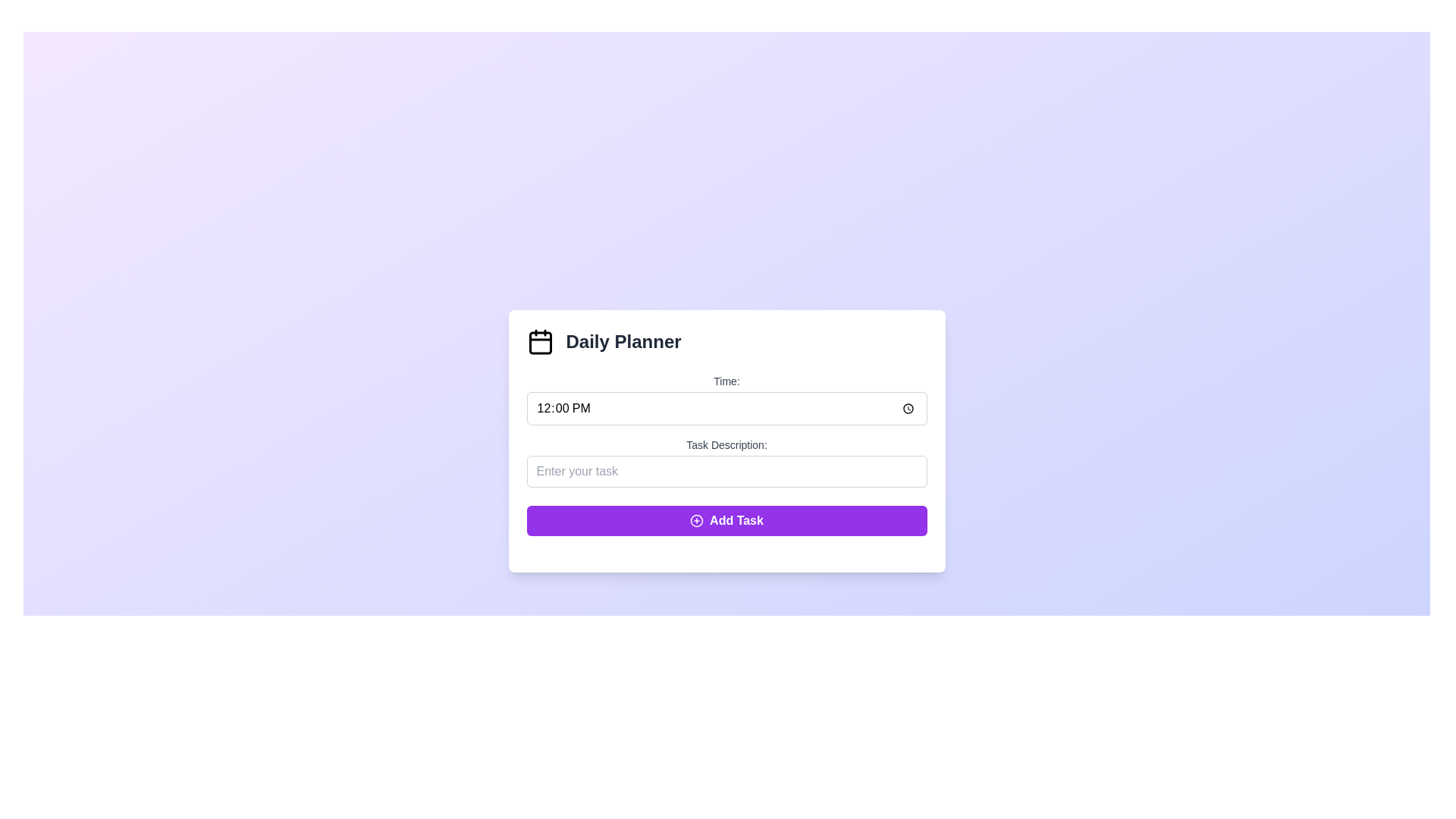 The height and width of the screenshot is (819, 1456). I want to click on the descriptive text label for the input field, which is located within a white card, positioned below the 'Time:' row and above the 'Enter your task' input field, so click(726, 444).